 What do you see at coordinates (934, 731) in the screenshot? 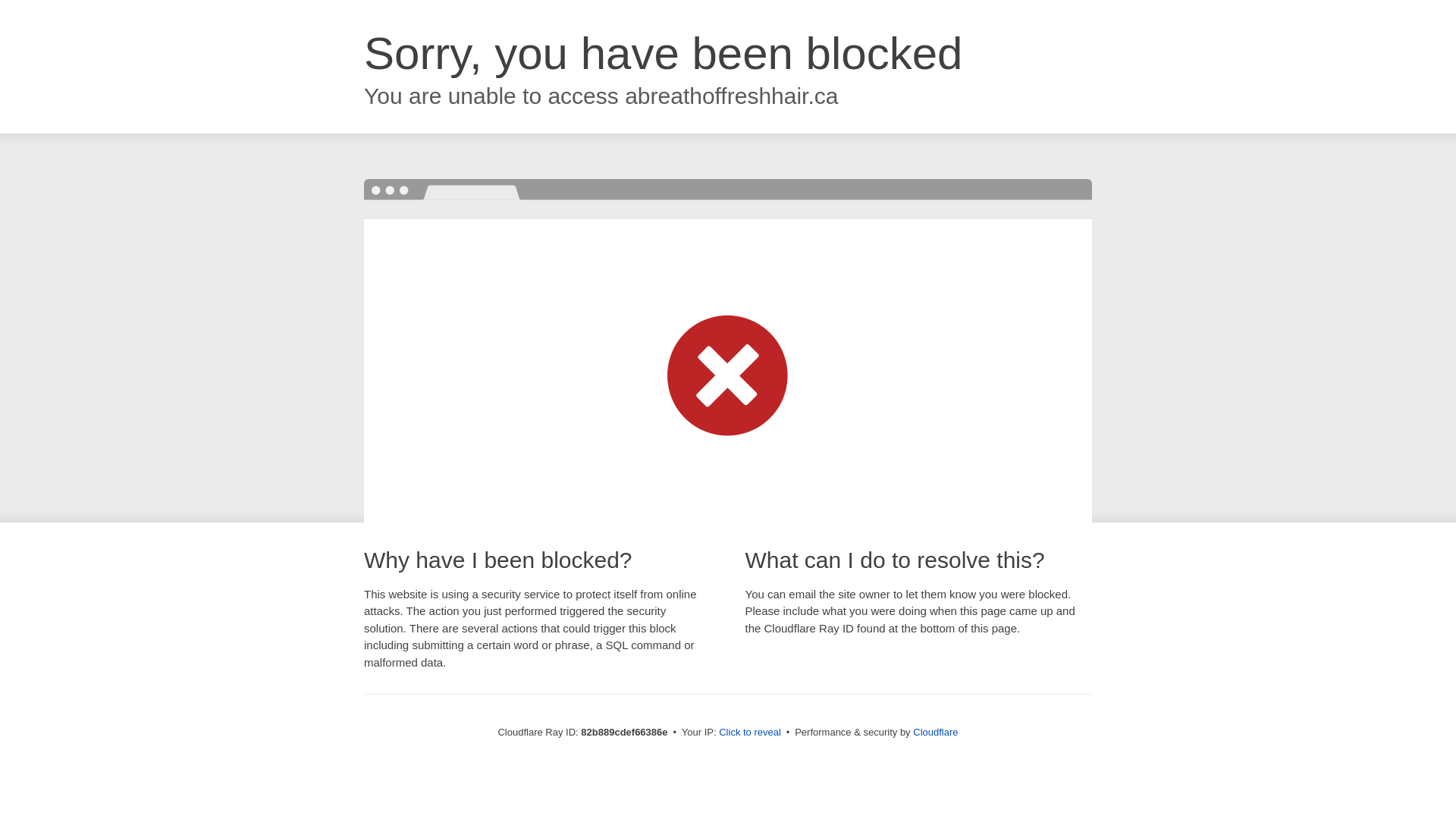
I see `'Cloudflare'` at bounding box center [934, 731].